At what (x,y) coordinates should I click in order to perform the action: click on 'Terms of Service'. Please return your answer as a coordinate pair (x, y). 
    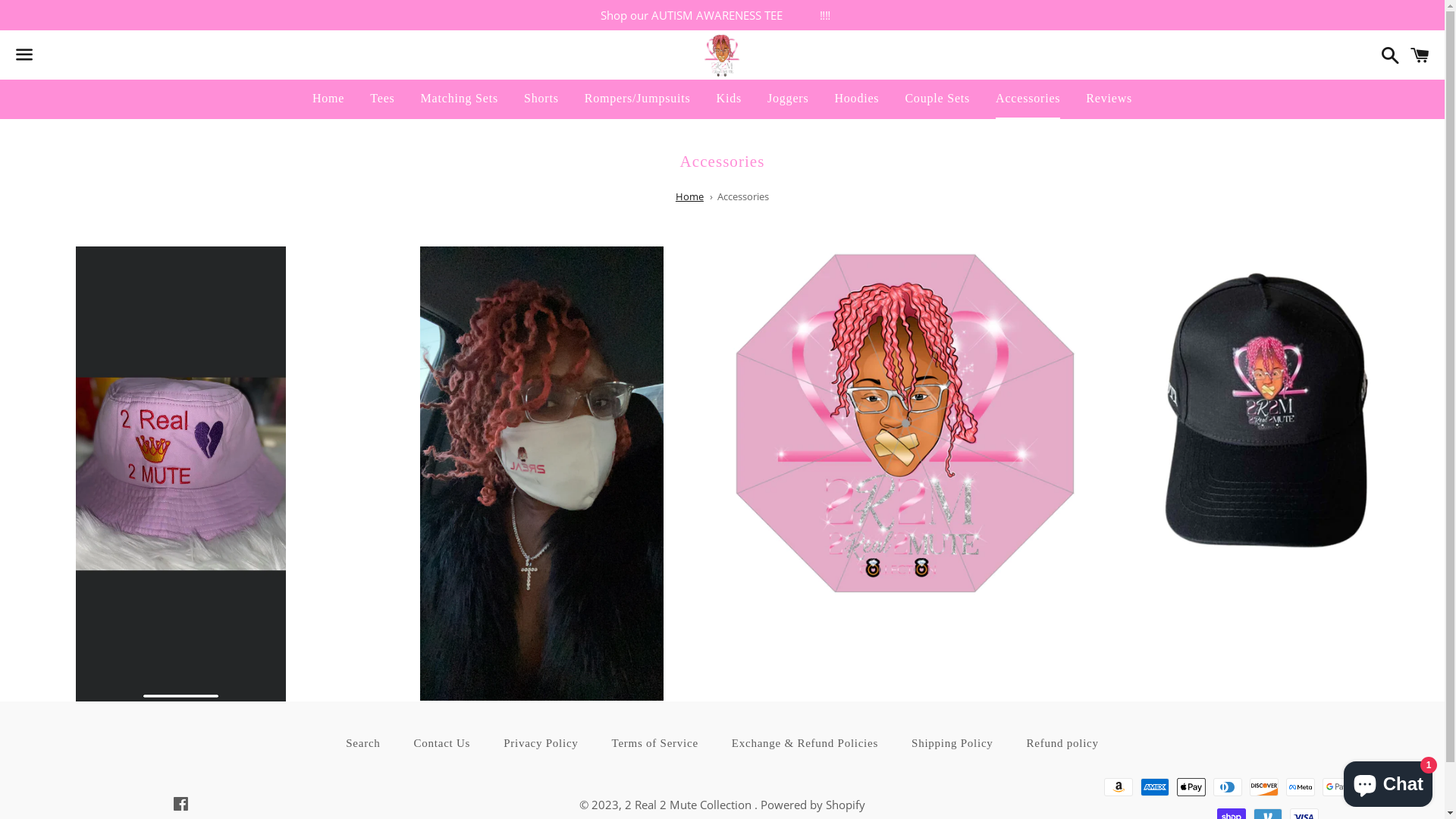
    Looking at the image, I should click on (655, 742).